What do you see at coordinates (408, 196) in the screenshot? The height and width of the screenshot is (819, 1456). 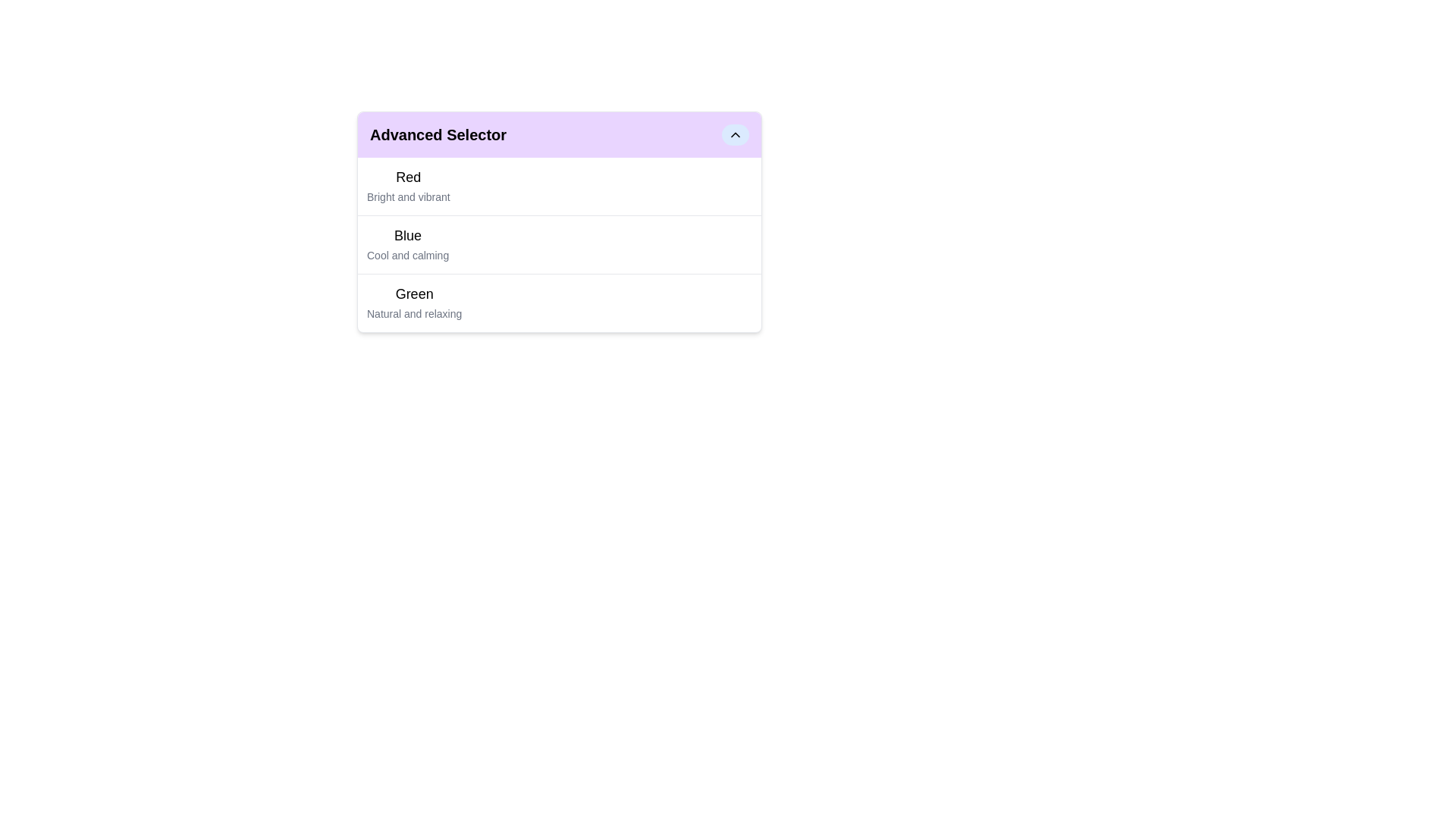 I see `the text label displaying 'Bright and vibrant', which is styled in light gray and located under the 'Red' list entry` at bounding box center [408, 196].